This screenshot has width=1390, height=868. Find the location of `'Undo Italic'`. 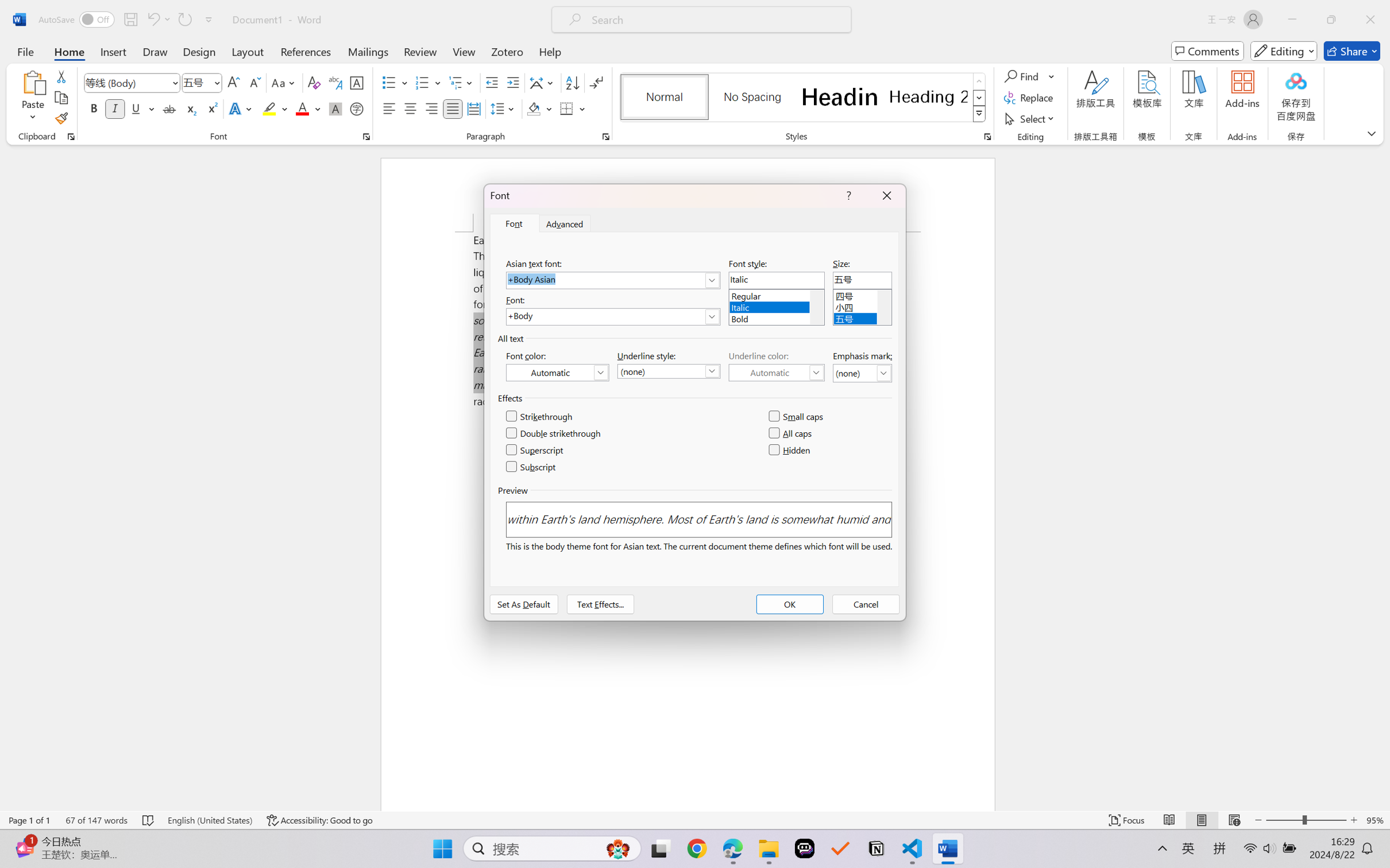

'Undo Italic' is located at coordinates (152, 19).